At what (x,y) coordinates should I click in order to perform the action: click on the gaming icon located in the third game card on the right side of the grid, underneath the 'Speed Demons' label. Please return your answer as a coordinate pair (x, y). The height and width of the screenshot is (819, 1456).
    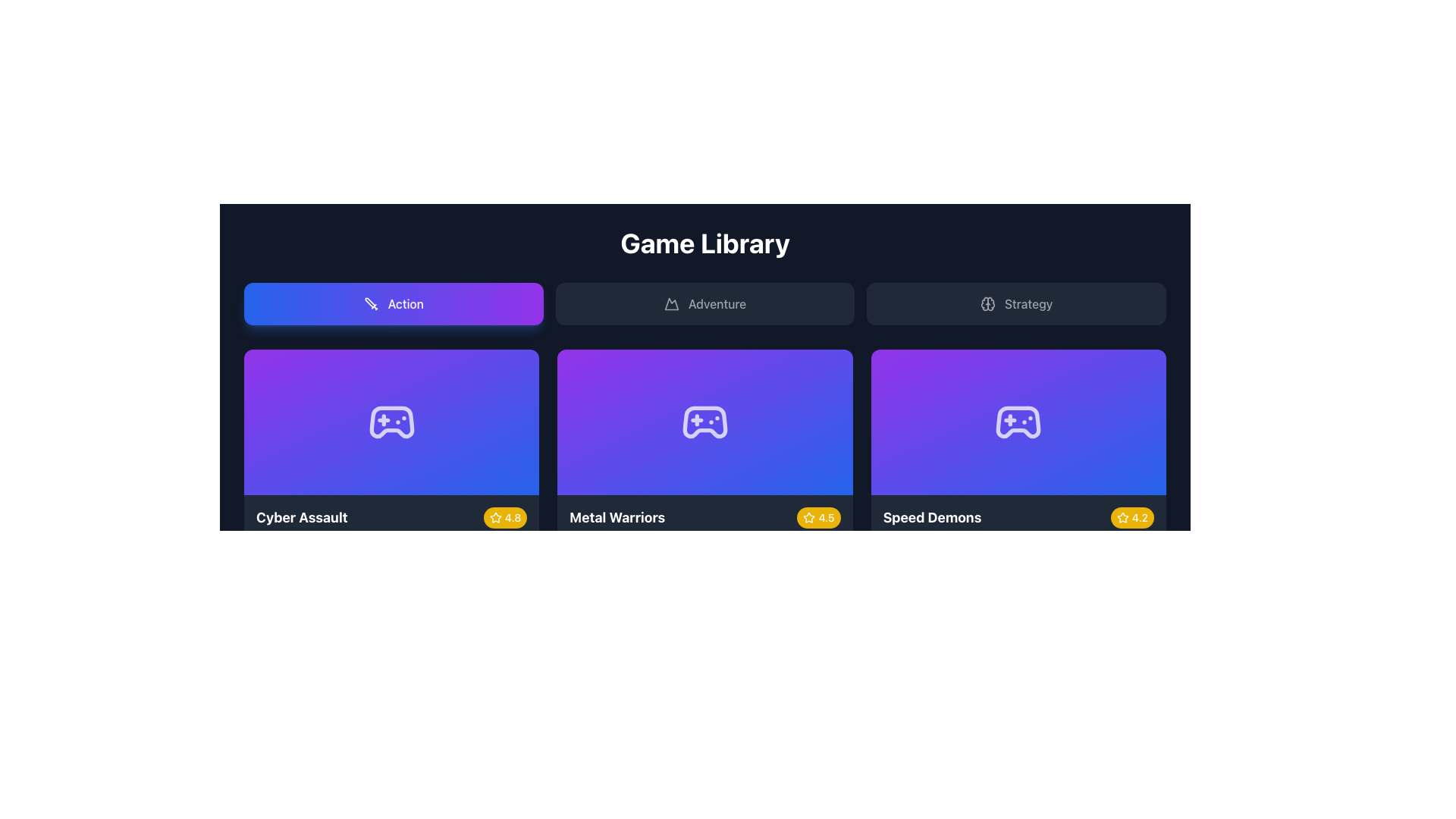
    Looking at the image, I should click on (1018, 422).